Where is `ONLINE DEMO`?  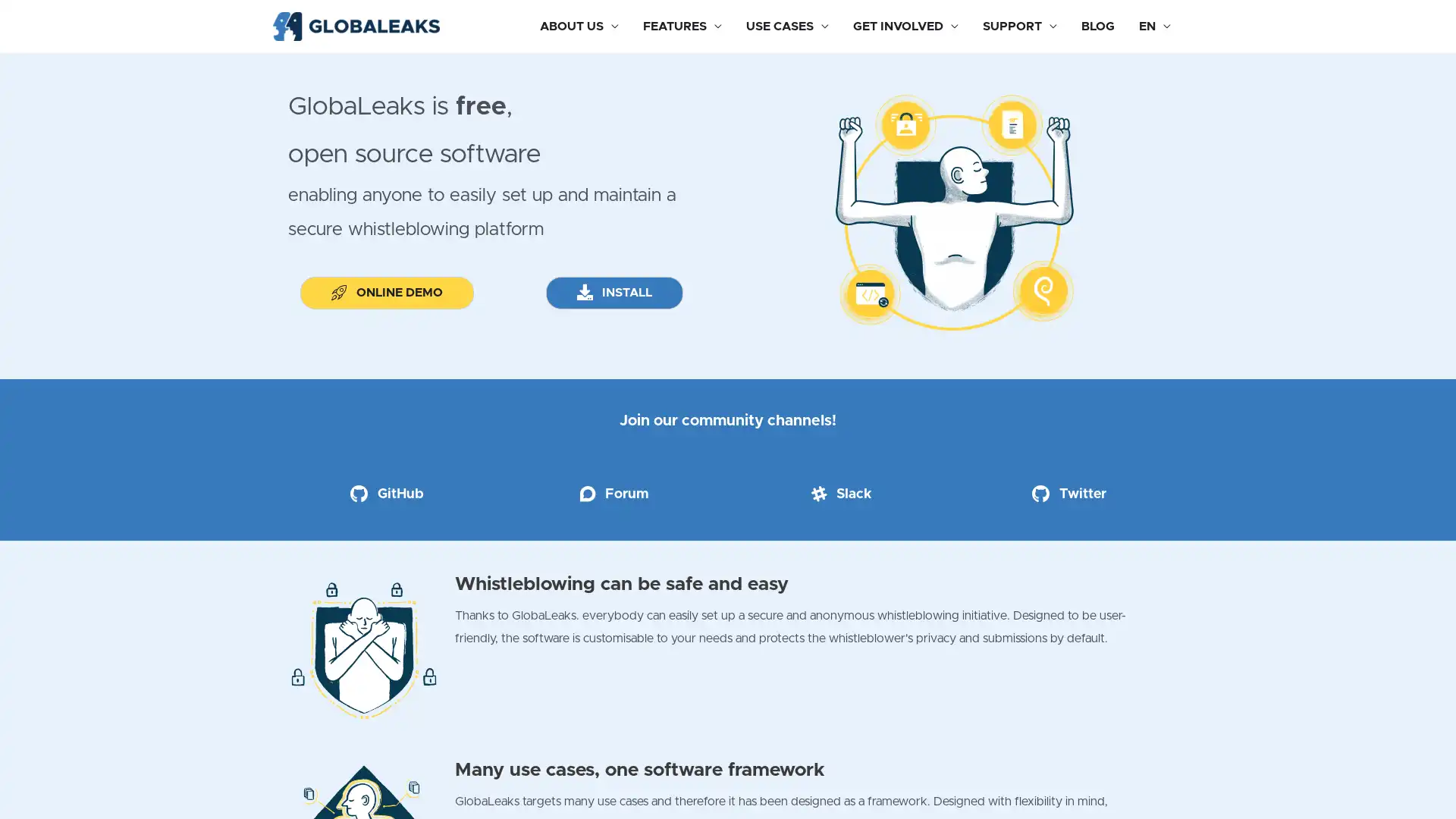
ONLINE DEMO is located at coordinates (386, 293).